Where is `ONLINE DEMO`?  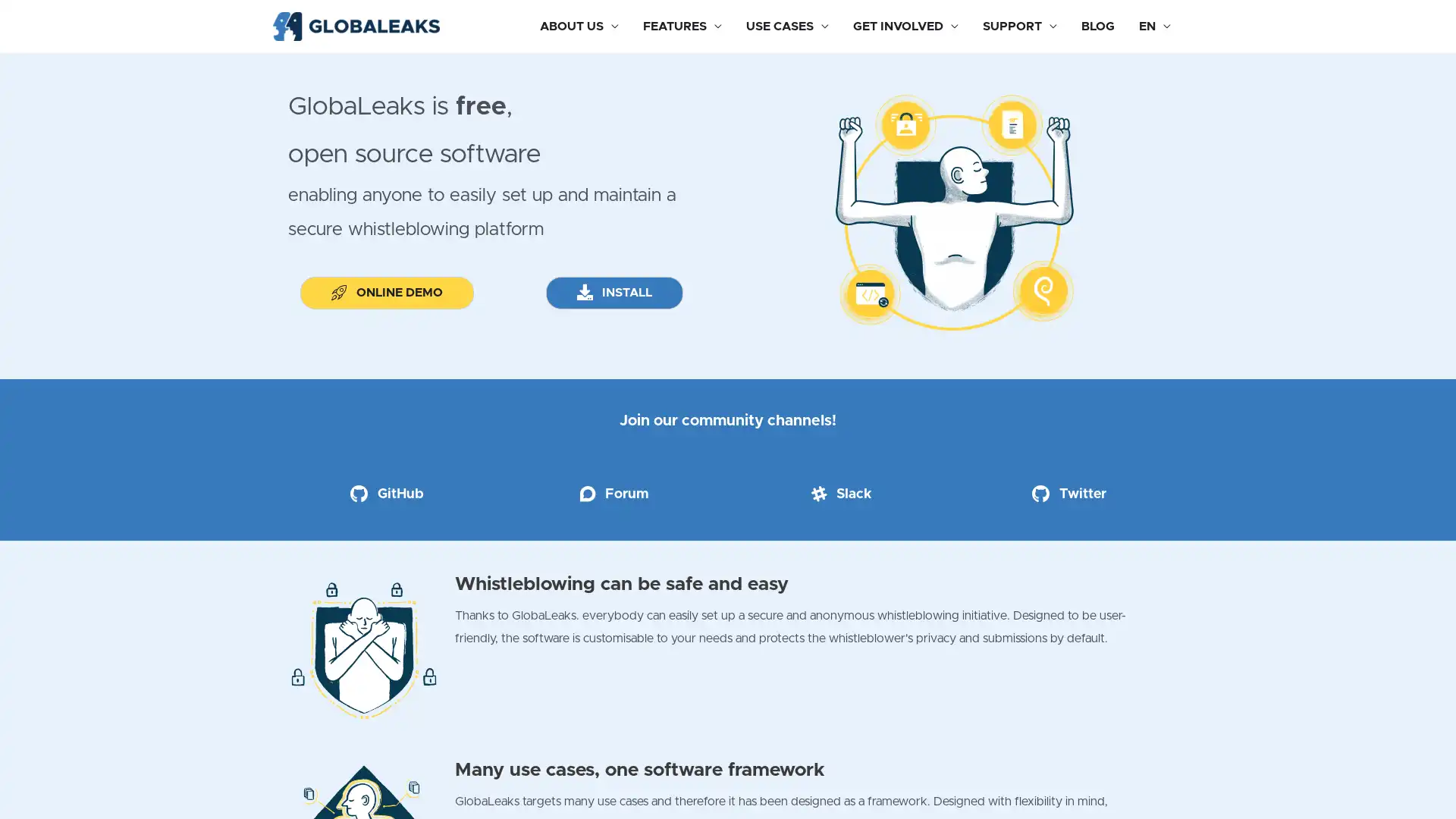
ONLINE DEMO is located at coordinates (386, 293).